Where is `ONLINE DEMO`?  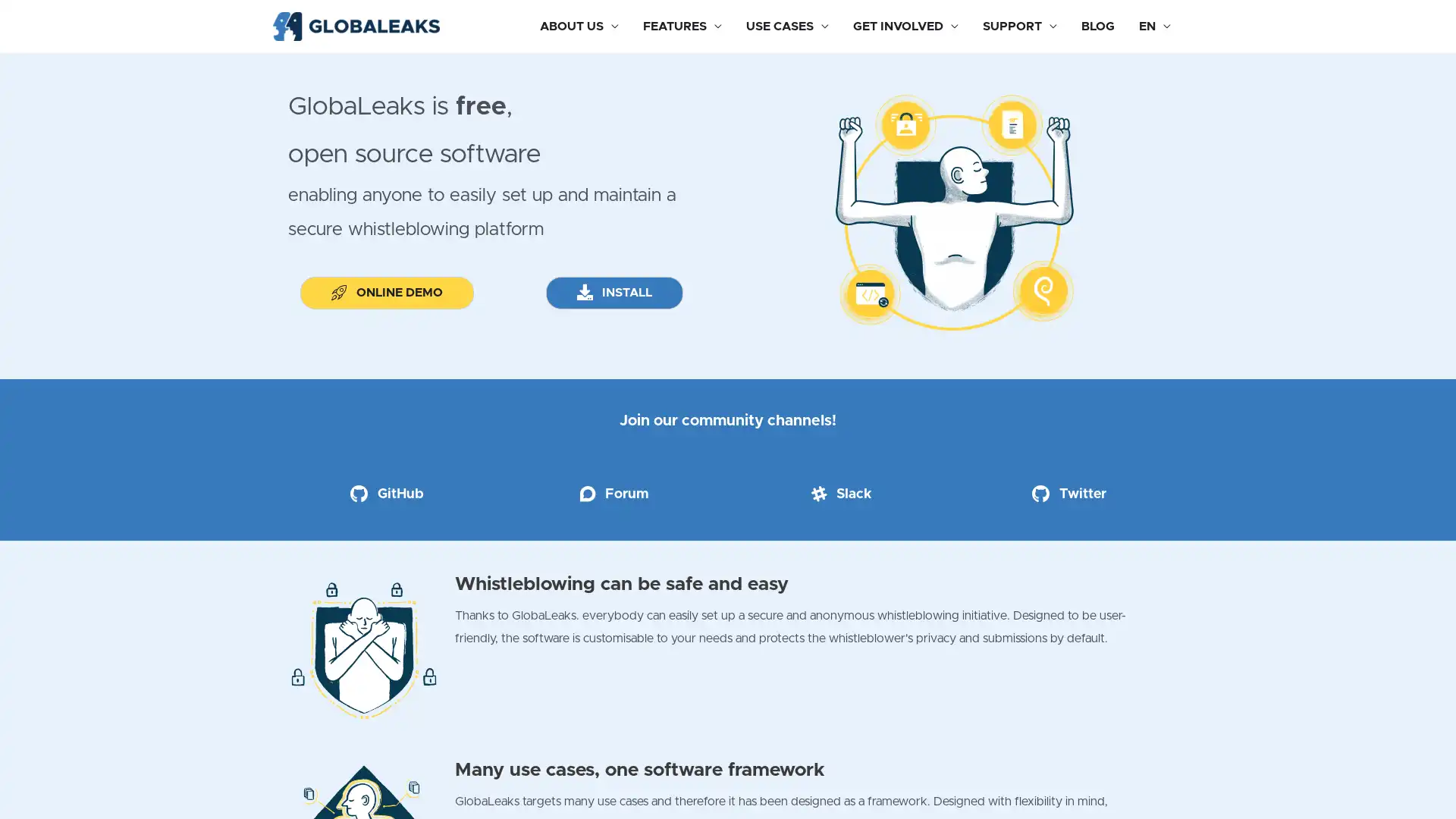
ONLINE DEMO is located at coordinates (386, 293).